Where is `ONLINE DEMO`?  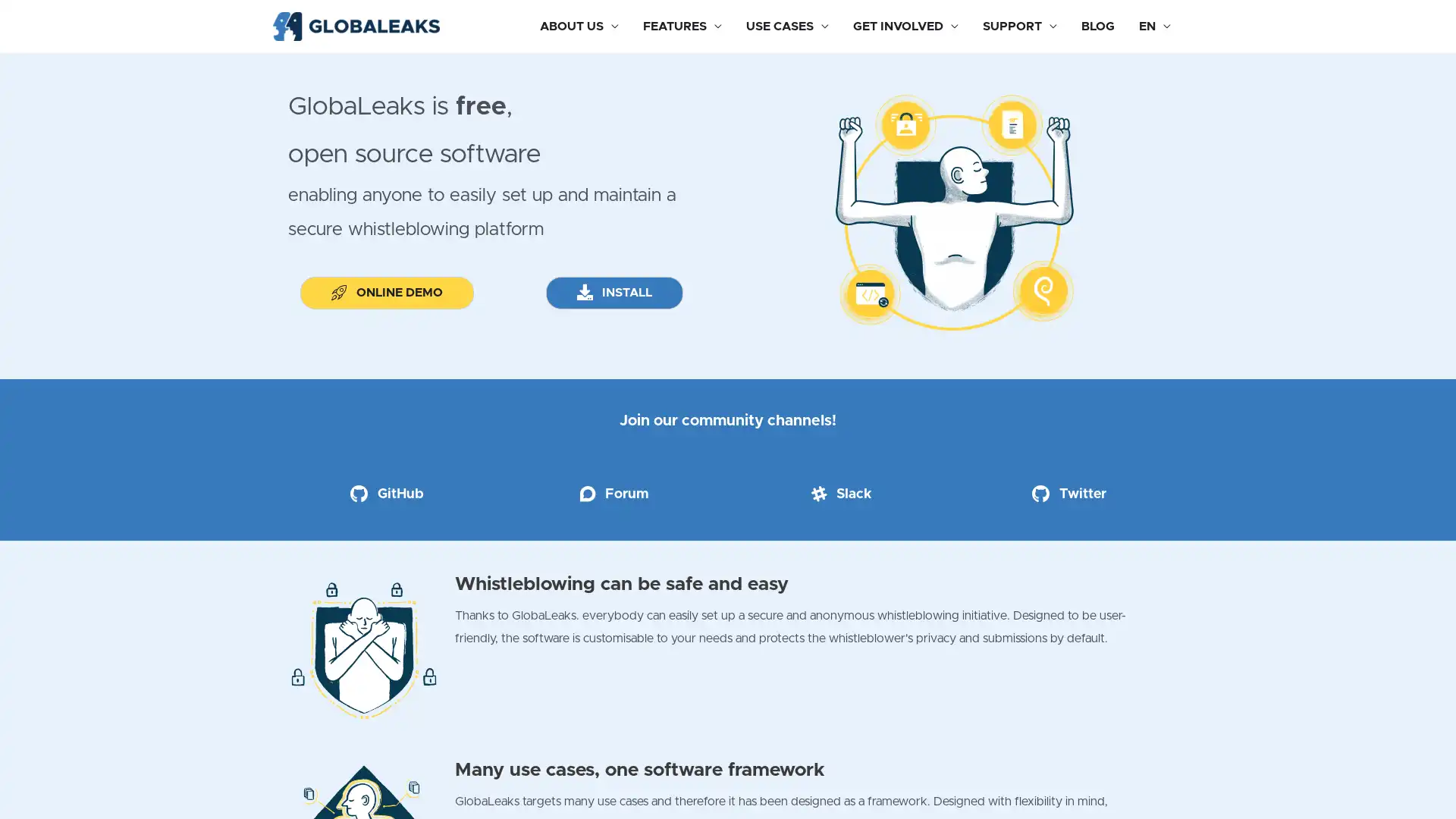
ONLINE DEMO is located at coordinates (386, 293).